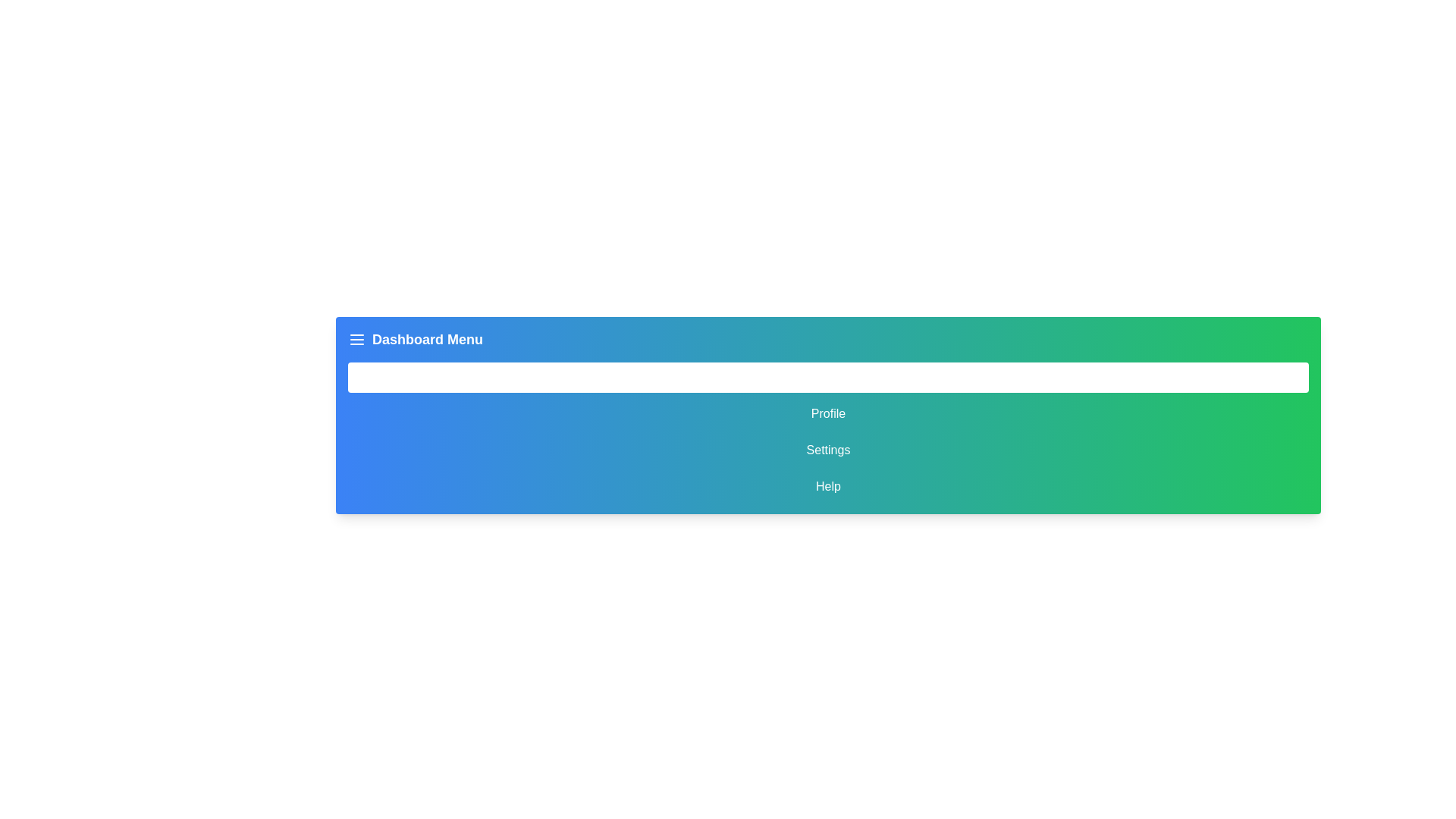 The height and width of the screenshot is (819, 1456). I want to click on the 'Help' text button, which is the last item in the vertical menu, so click(827, 486).